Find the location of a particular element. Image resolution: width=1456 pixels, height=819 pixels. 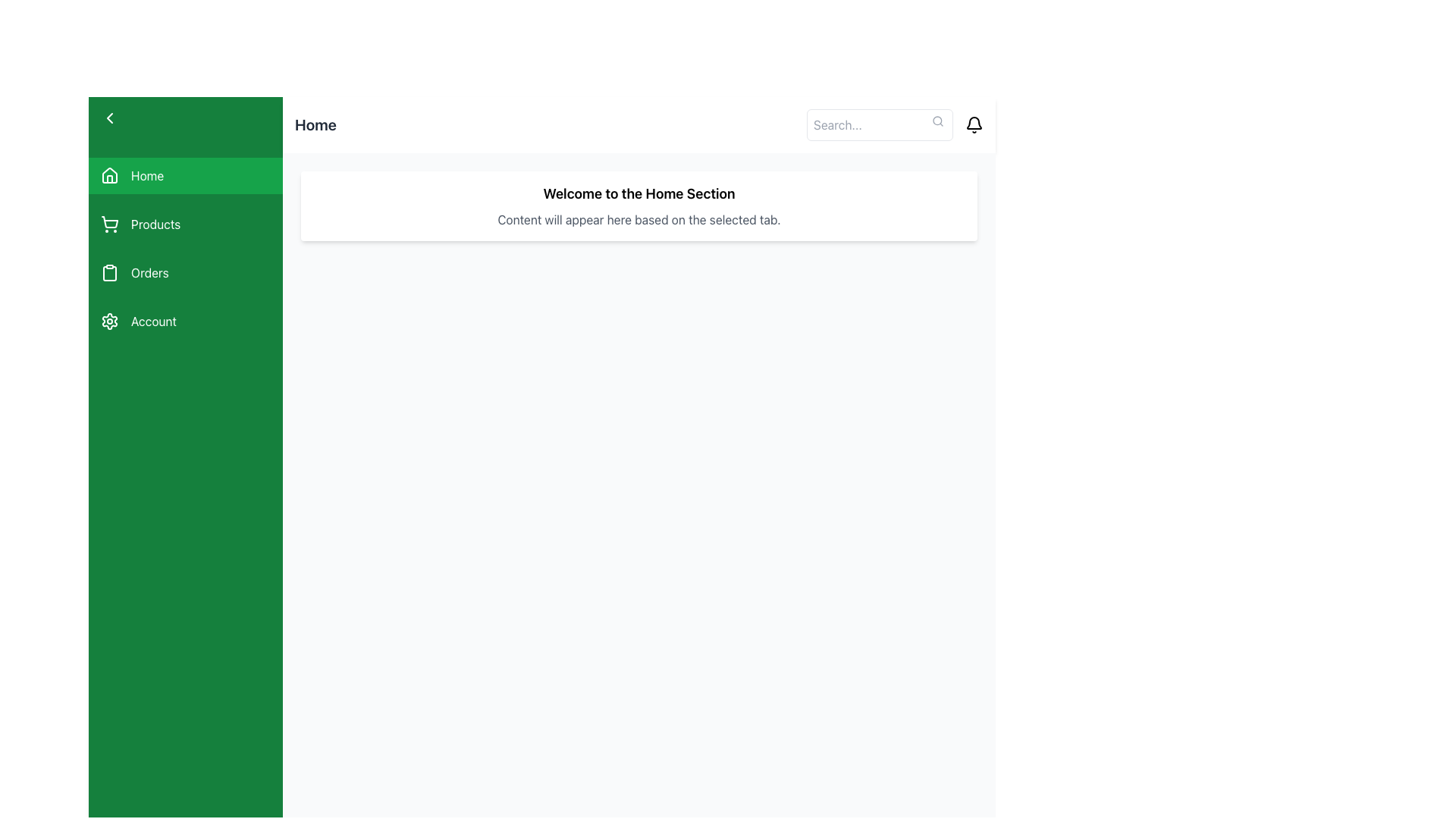

the 'Orders' text label in the vertical navigation menu is located at coordinates (149, 271).